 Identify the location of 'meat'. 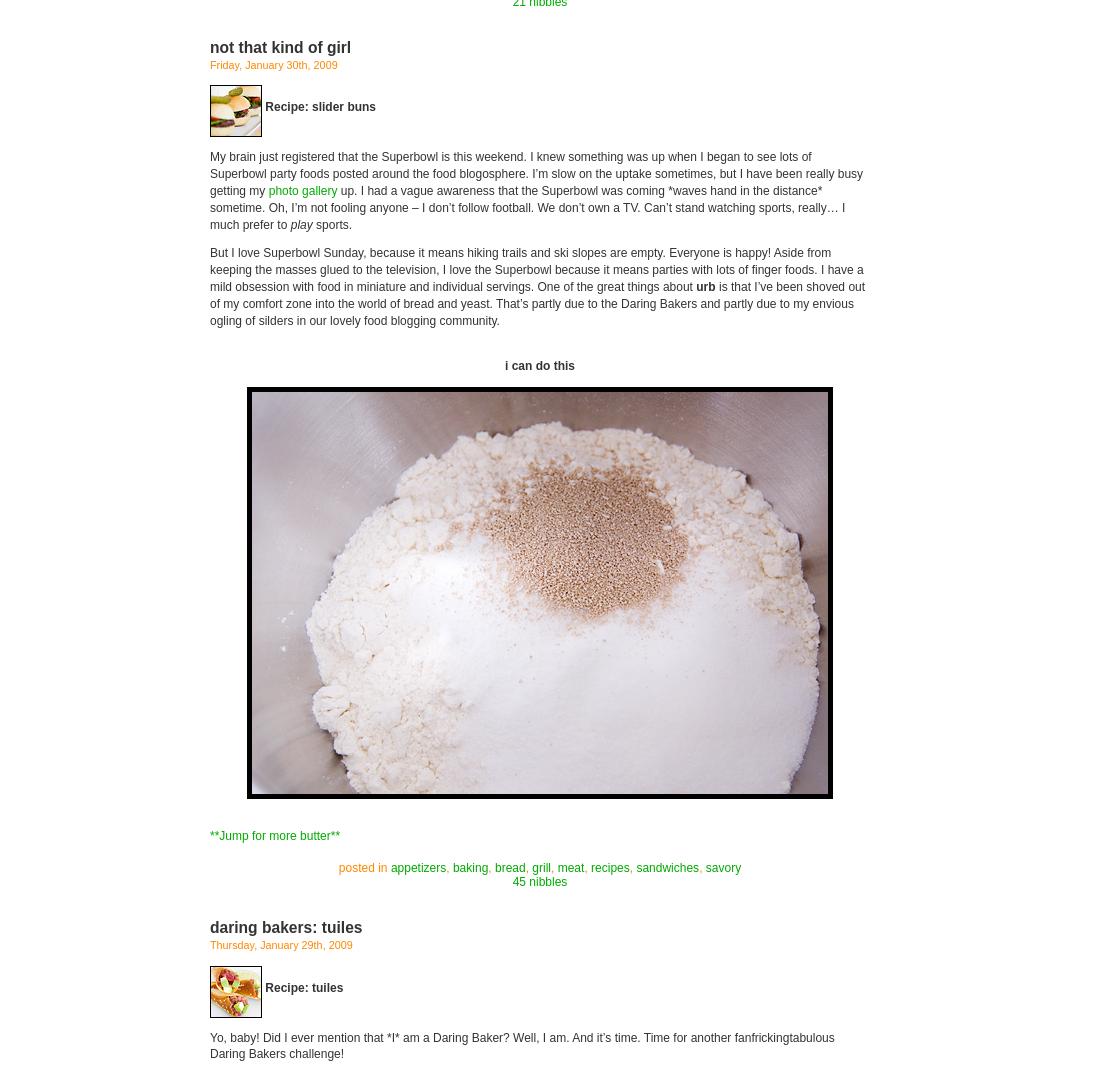
(556, 867).